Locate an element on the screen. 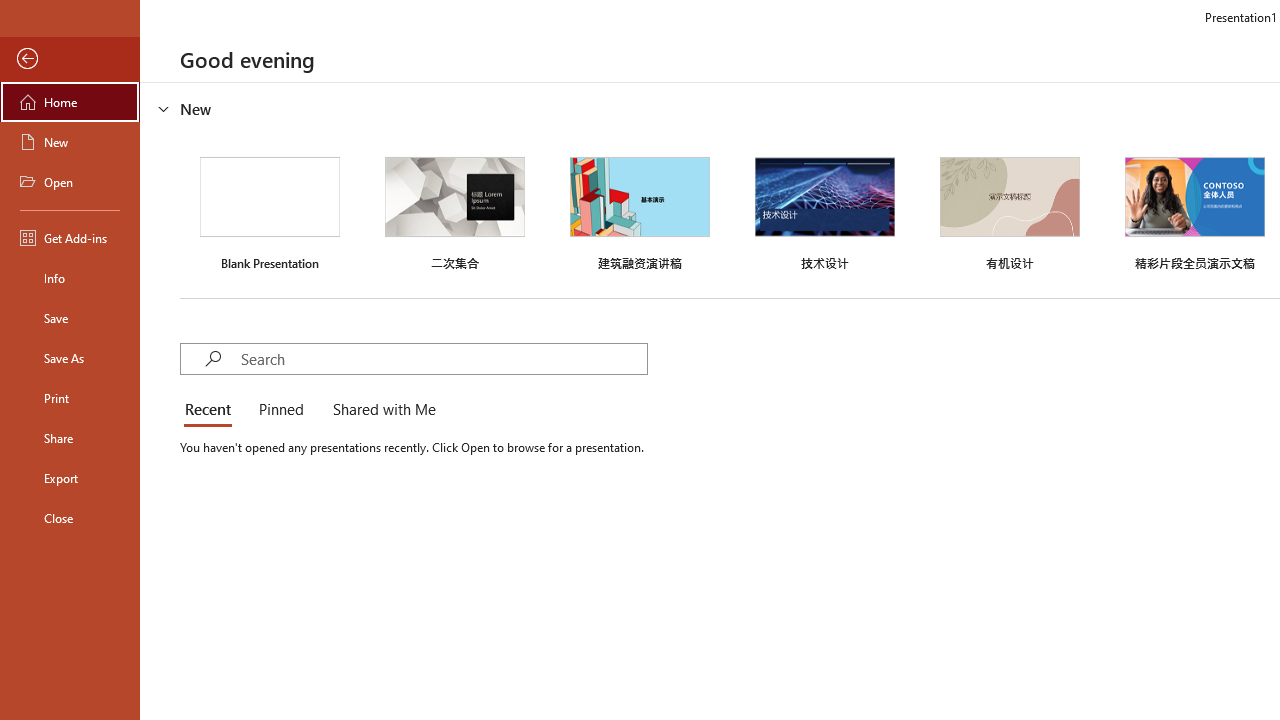 This screenshot has height=720, width=1280. 'Blank Presentation' is located at coordinates (269, 211).